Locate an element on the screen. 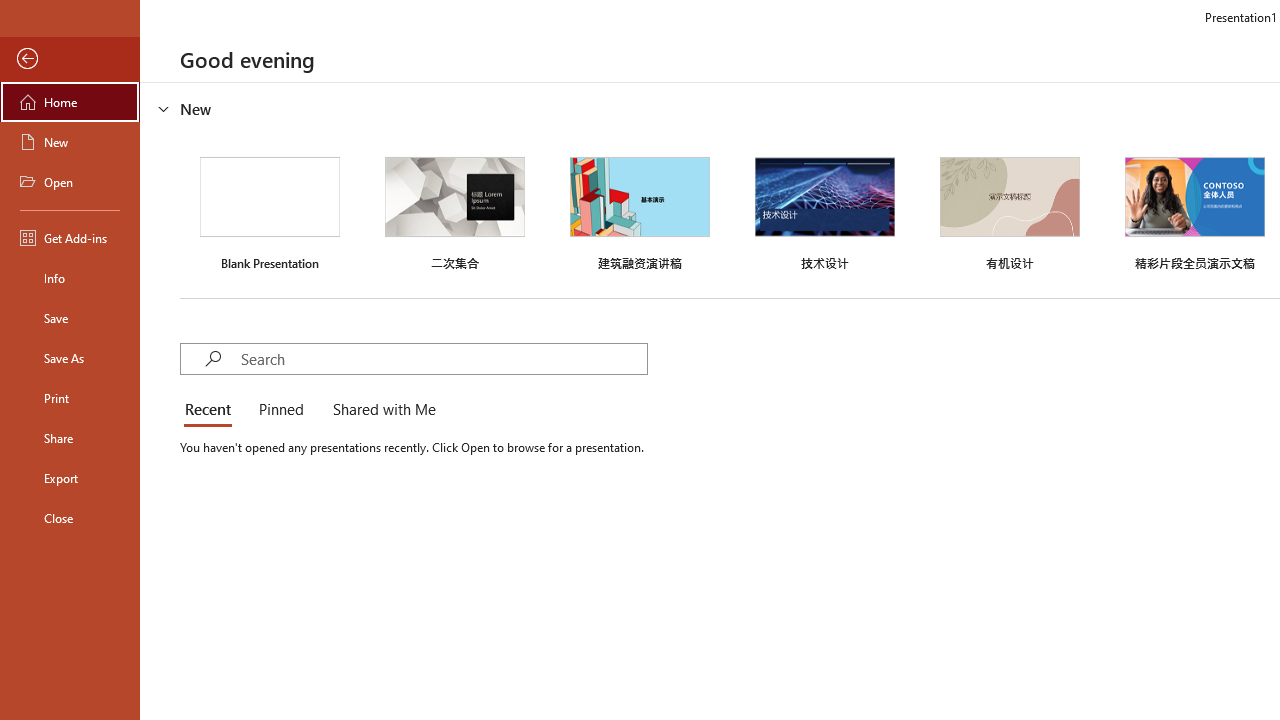 This screenshot has height=720, width=1280. 'Blank Presentation' is located at coordinates (269, 211).